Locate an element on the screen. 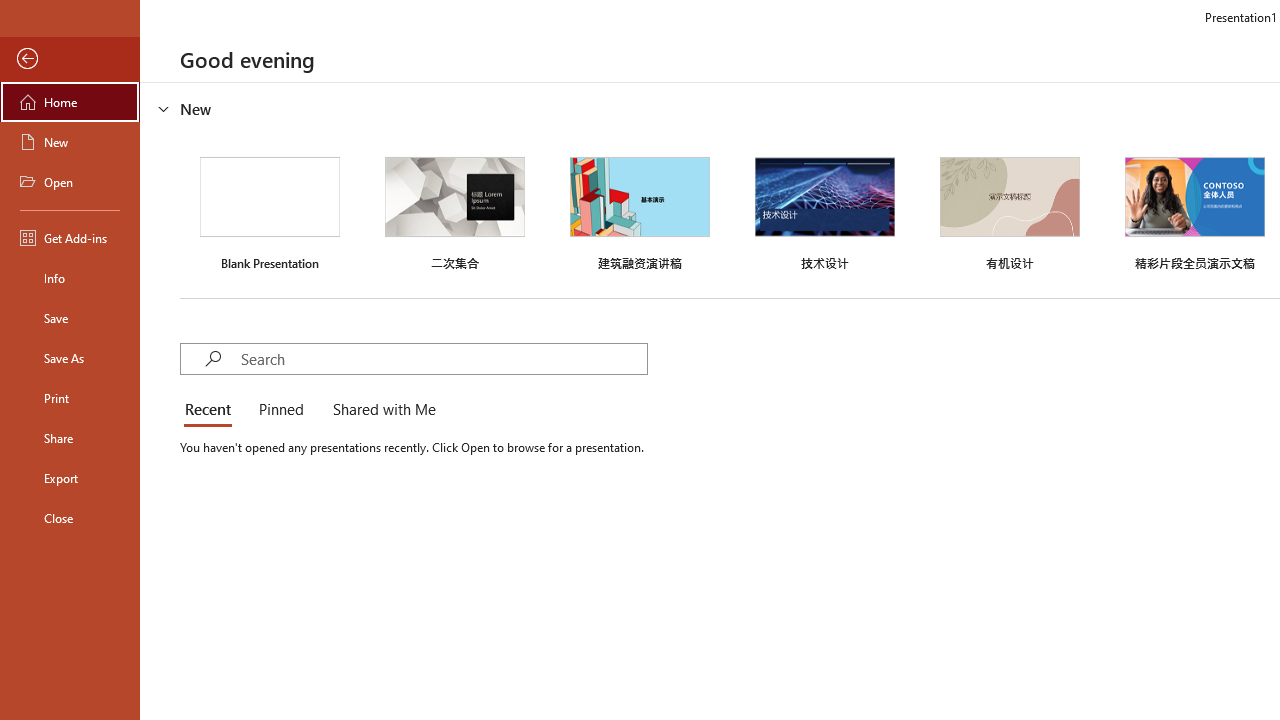 This screenshot has height=720, width=1280. 'Blank Presentation' is located at coordinates (269, 211).